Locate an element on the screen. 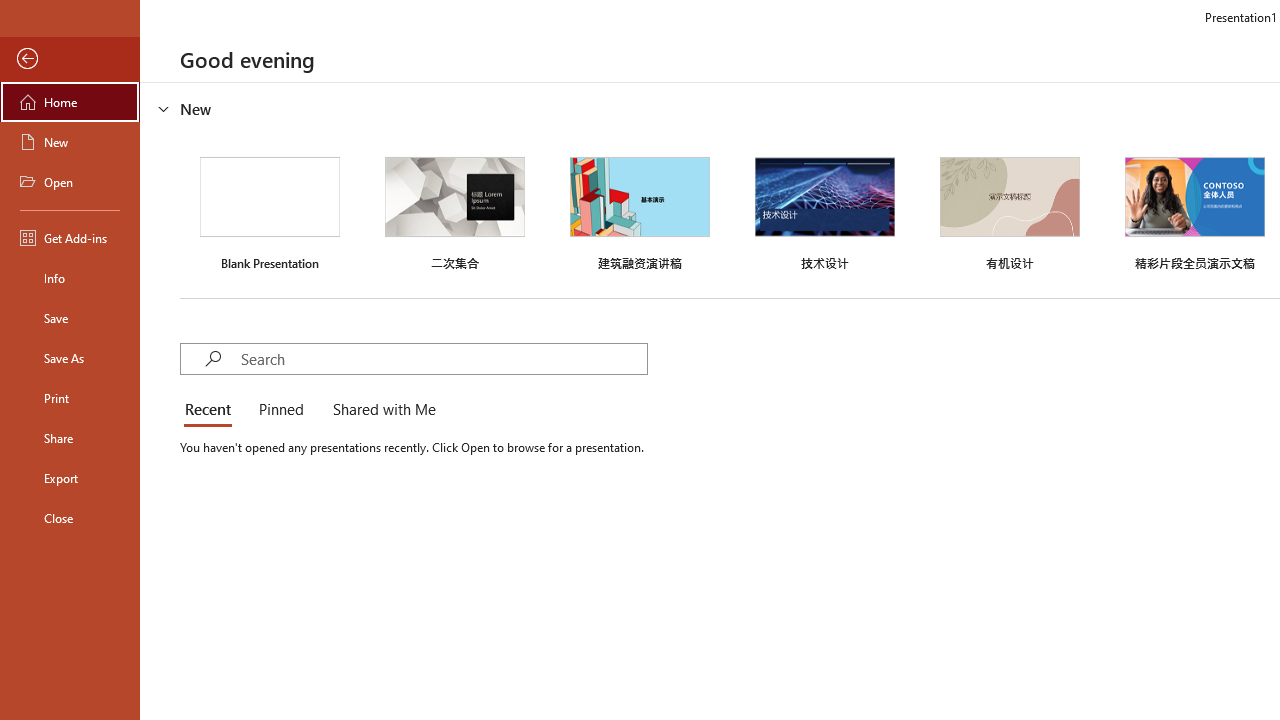 This screenshot has height=720, width=1280. 'Blank Presentation' is located at coordinates (269, 211).